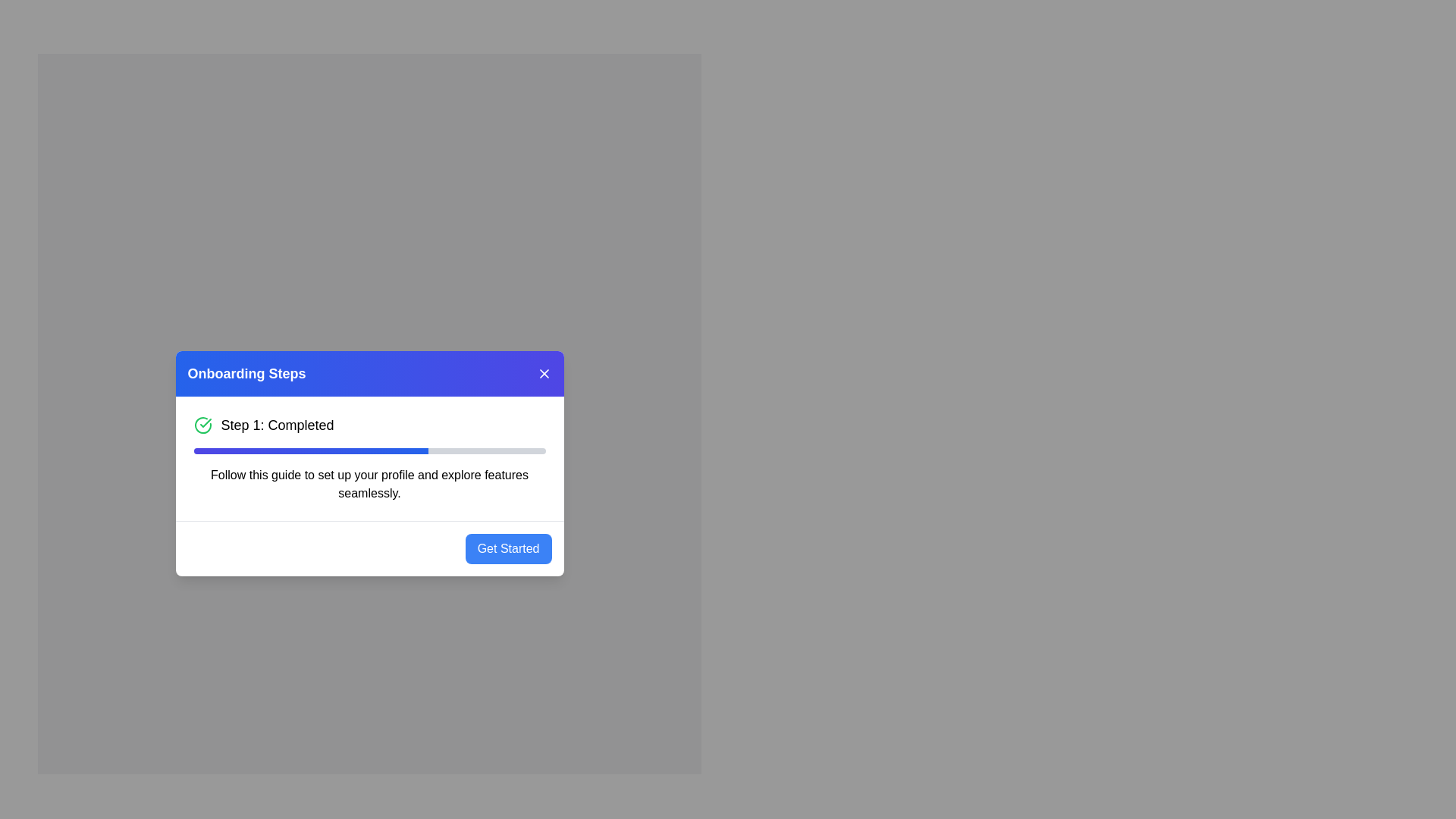 This screenshot has height=819, width=1456. What do you see at coordinates (369, 457) in the screenshot?
I see `the instructional text links in the Informational Panel titled 'Step 1: Completed', which is centrally located within the modal dialog` at bounding box center [369, 457].